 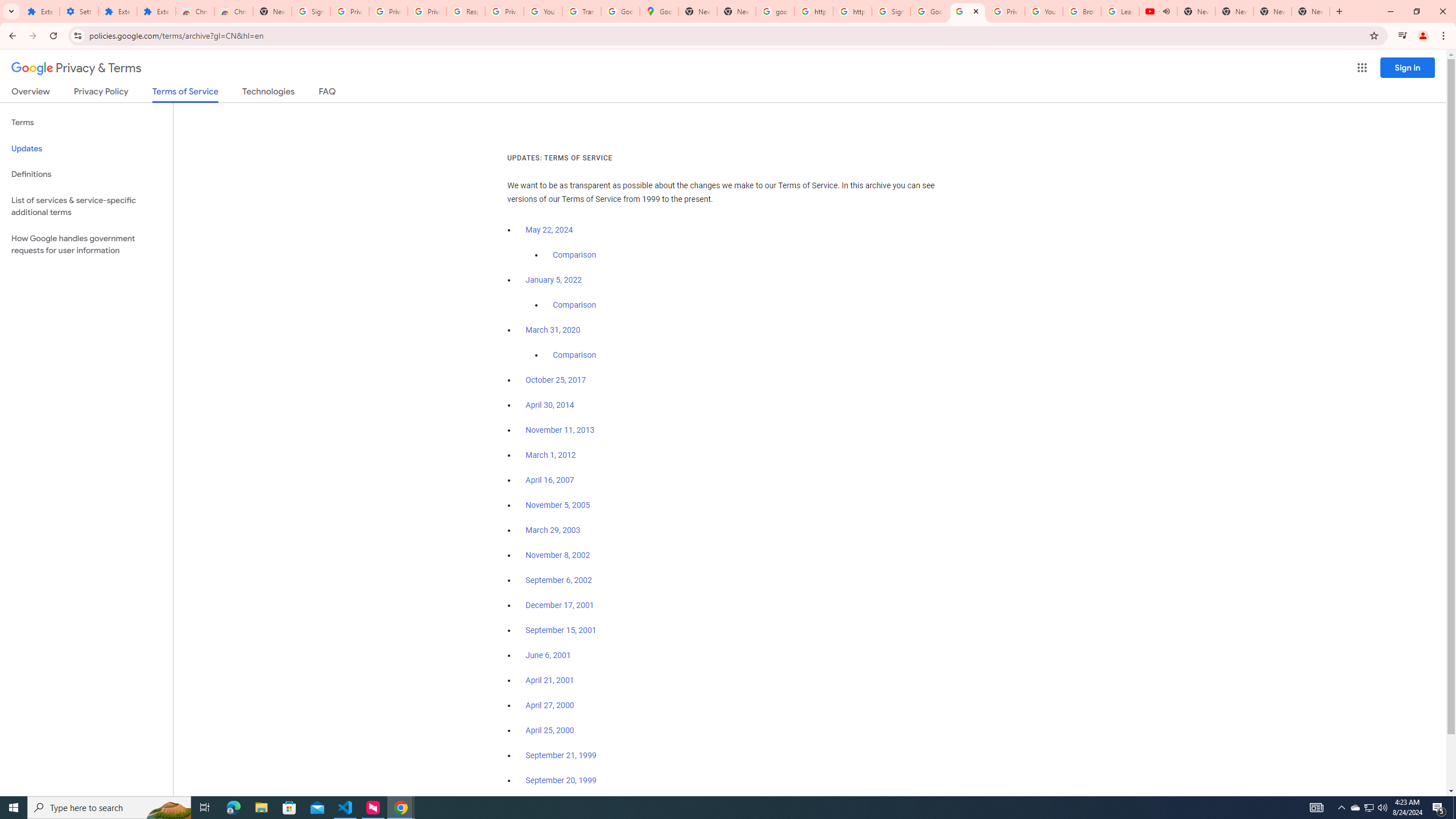 I want to click on 'November 5, 2005', so click(x=557, y=505).